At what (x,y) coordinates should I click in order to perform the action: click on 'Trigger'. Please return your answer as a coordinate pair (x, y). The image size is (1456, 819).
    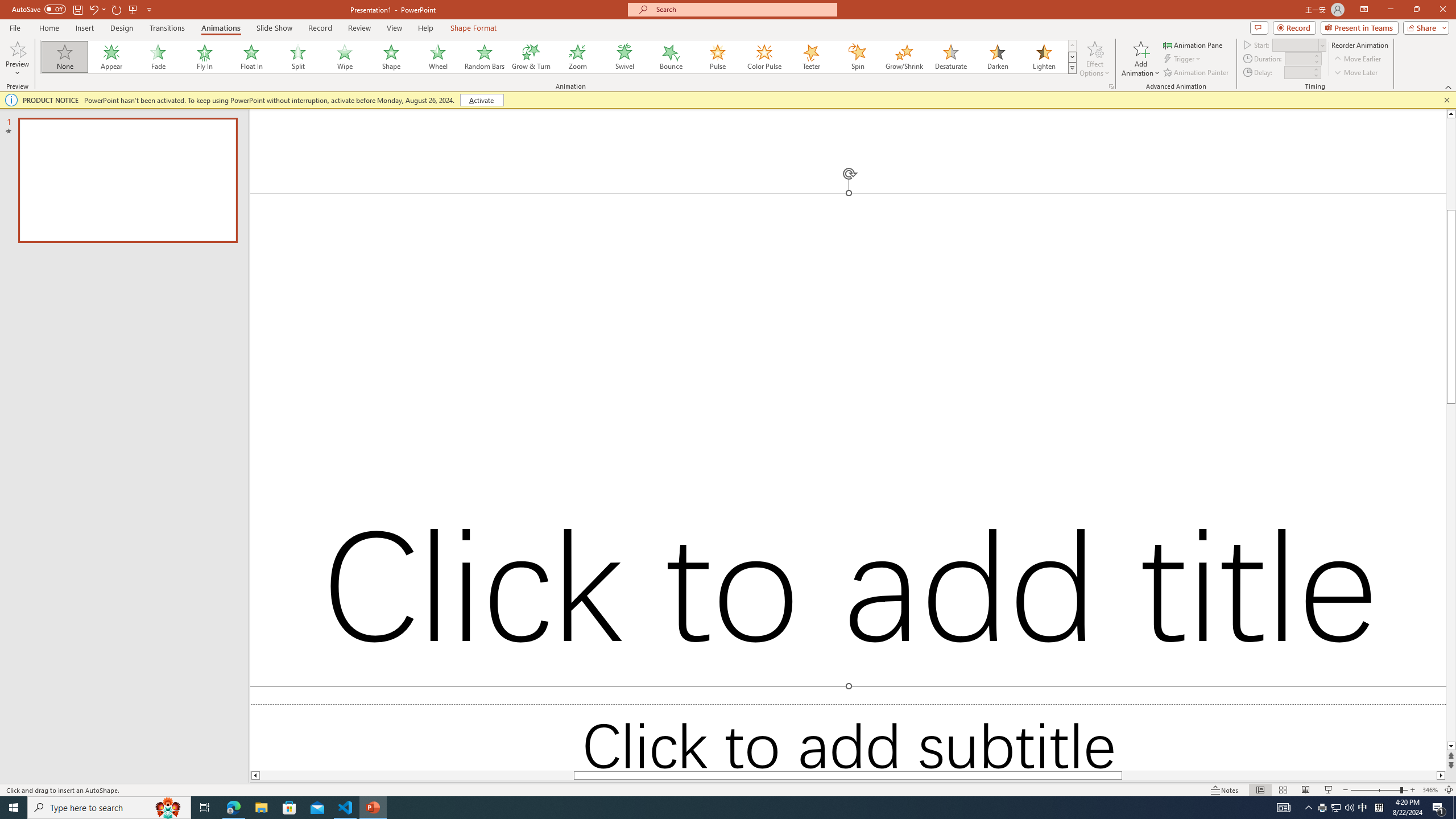
    Looking at the image, I should click on (1182, 59).